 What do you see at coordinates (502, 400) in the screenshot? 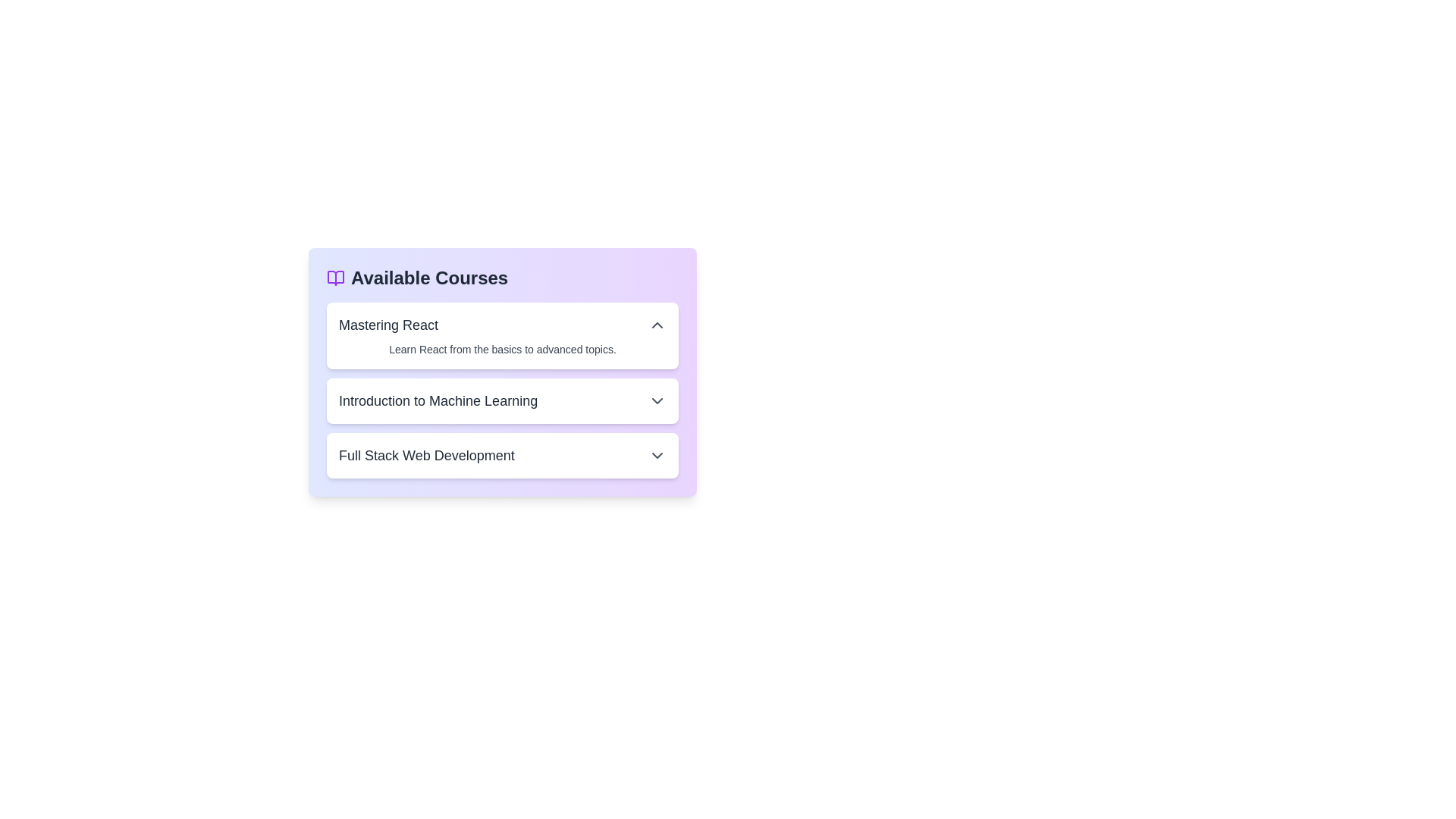
I see `the course item titled Introduction to Machine Learning` at bounding box center [502, 400].